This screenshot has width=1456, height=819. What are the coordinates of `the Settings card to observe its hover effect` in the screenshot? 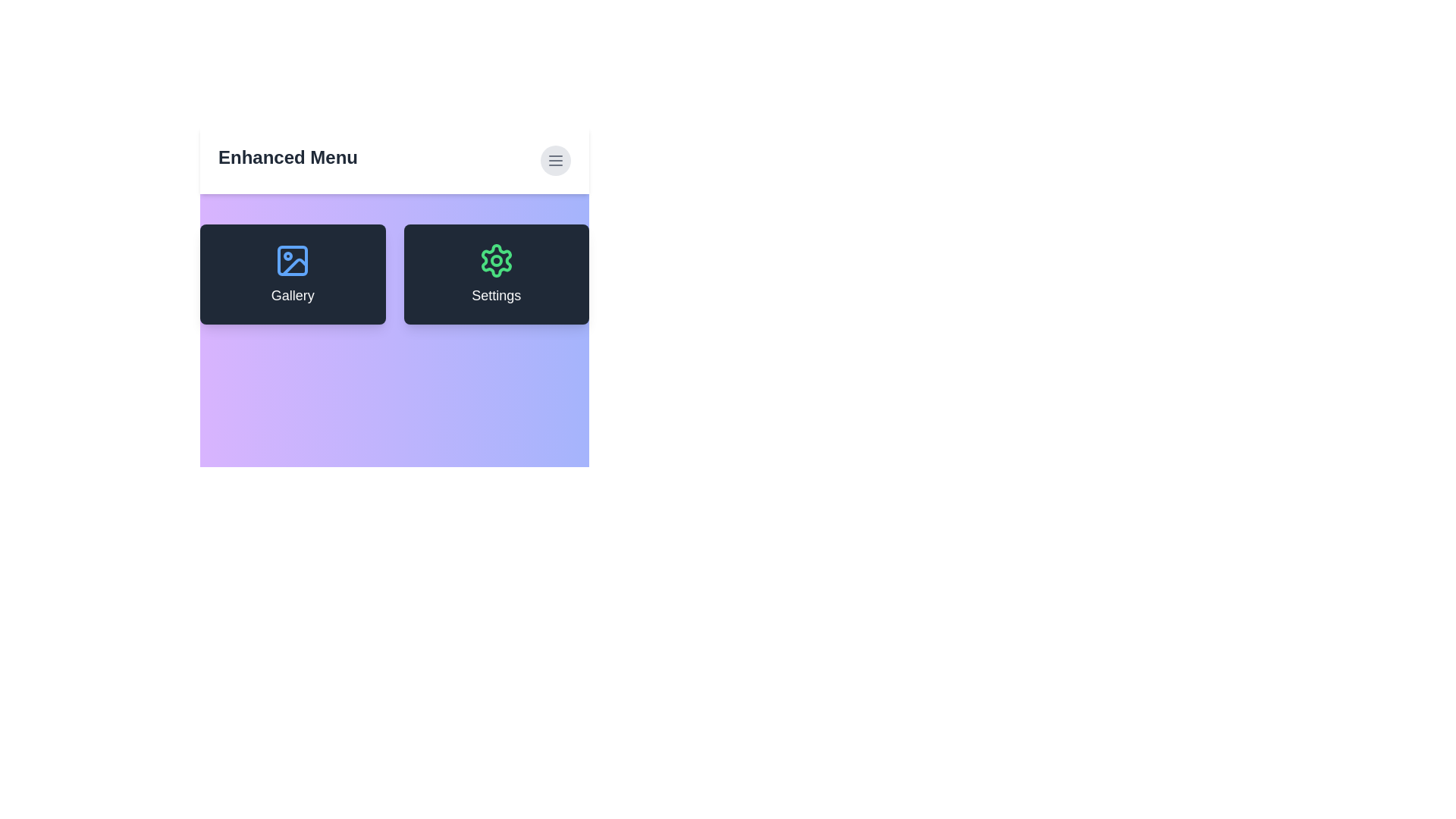 It's located at (496, 275).